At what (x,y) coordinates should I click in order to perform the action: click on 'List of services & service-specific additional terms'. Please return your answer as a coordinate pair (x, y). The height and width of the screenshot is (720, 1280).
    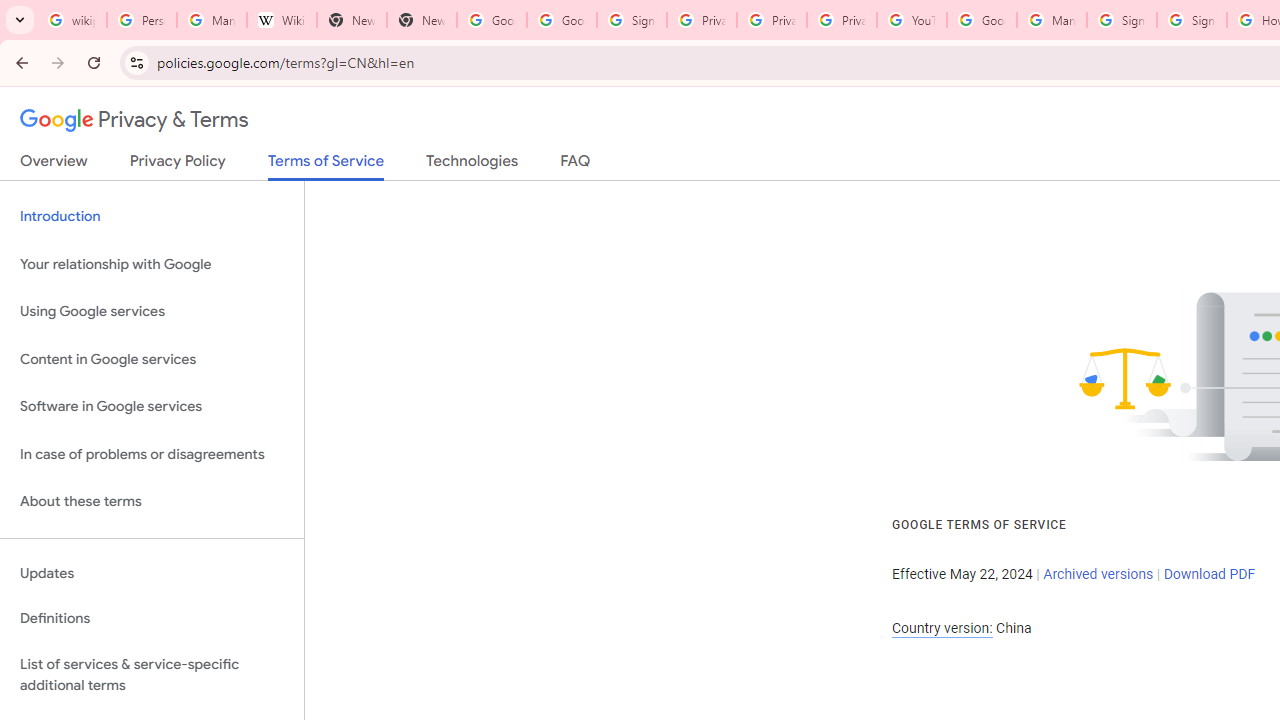
    Looking at the image, I should click on (151, 675).